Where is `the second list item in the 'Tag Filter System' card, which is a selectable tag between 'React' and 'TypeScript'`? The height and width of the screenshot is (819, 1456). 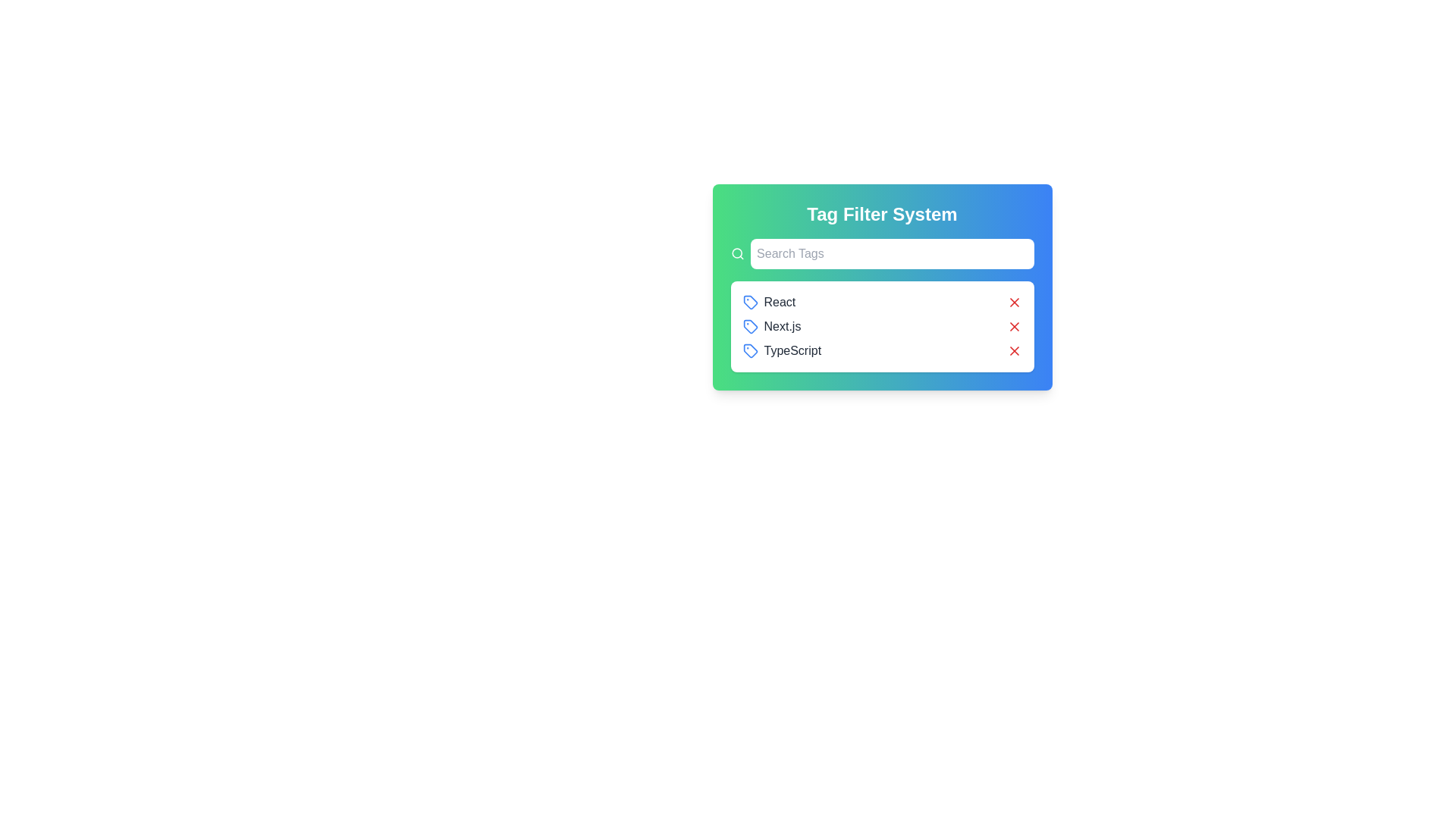
the second list item in the 'Tag Filter System' card, which is a selectable tag between 'React' and 'TypeScript' is located at coordinates (771, 326).